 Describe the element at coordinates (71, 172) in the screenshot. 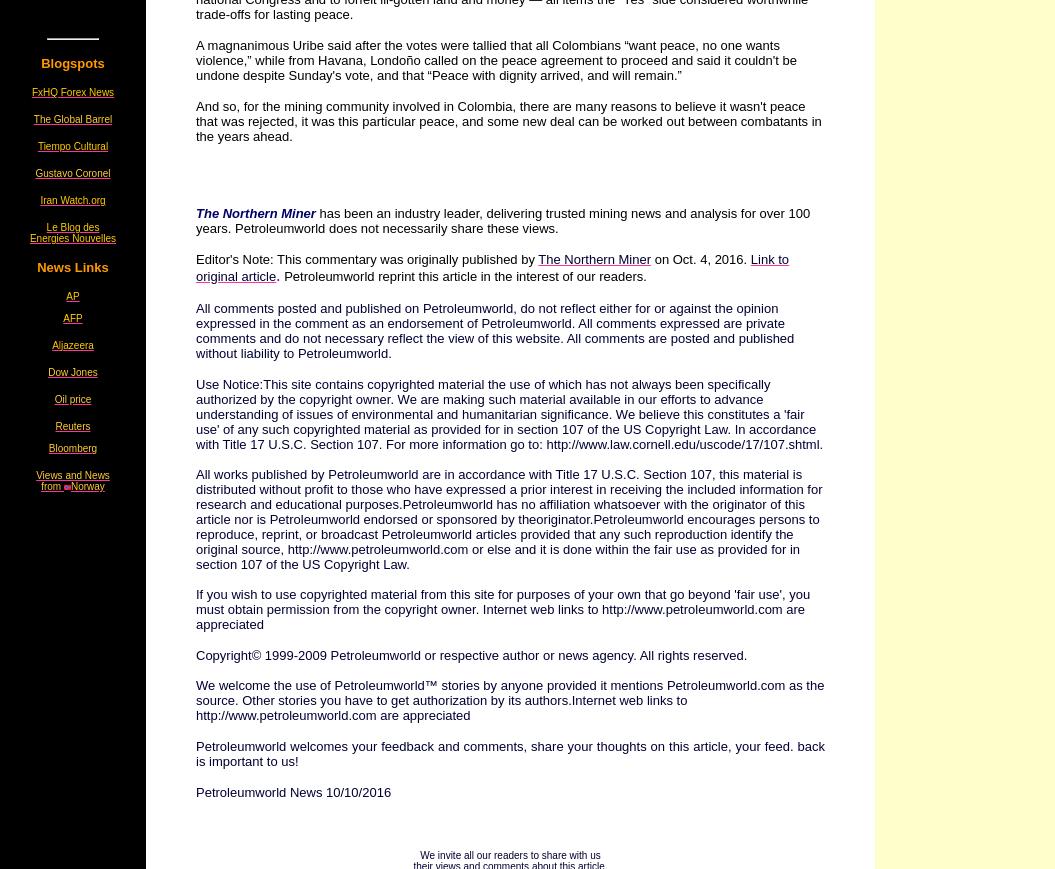

I see `'Gustavo Coronel'` at that location.